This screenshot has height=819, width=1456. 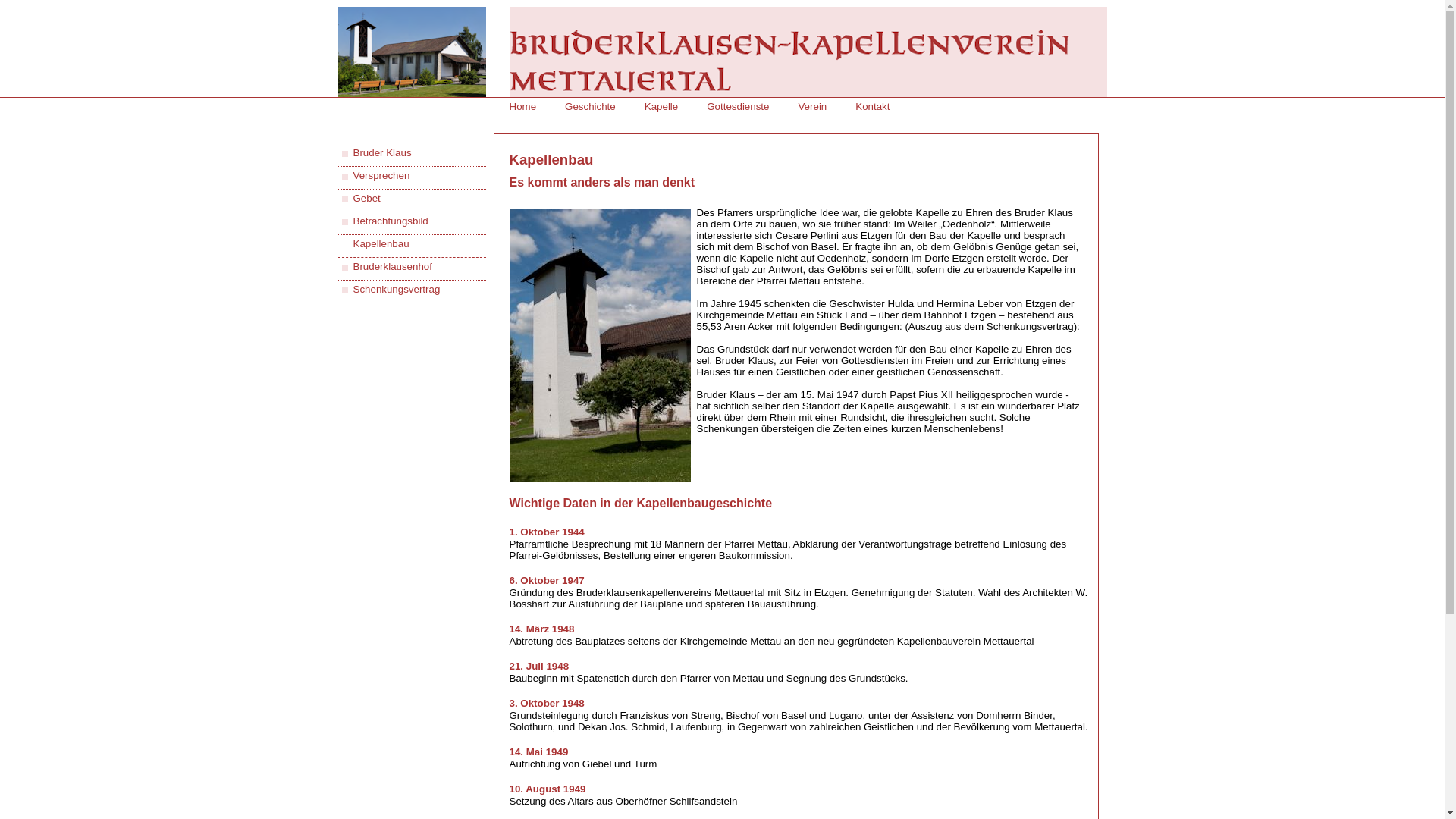 What do you see at coordinates (367, 197) in the screenshot?
I see `'Gebet'` at bounding box center [367, 197].